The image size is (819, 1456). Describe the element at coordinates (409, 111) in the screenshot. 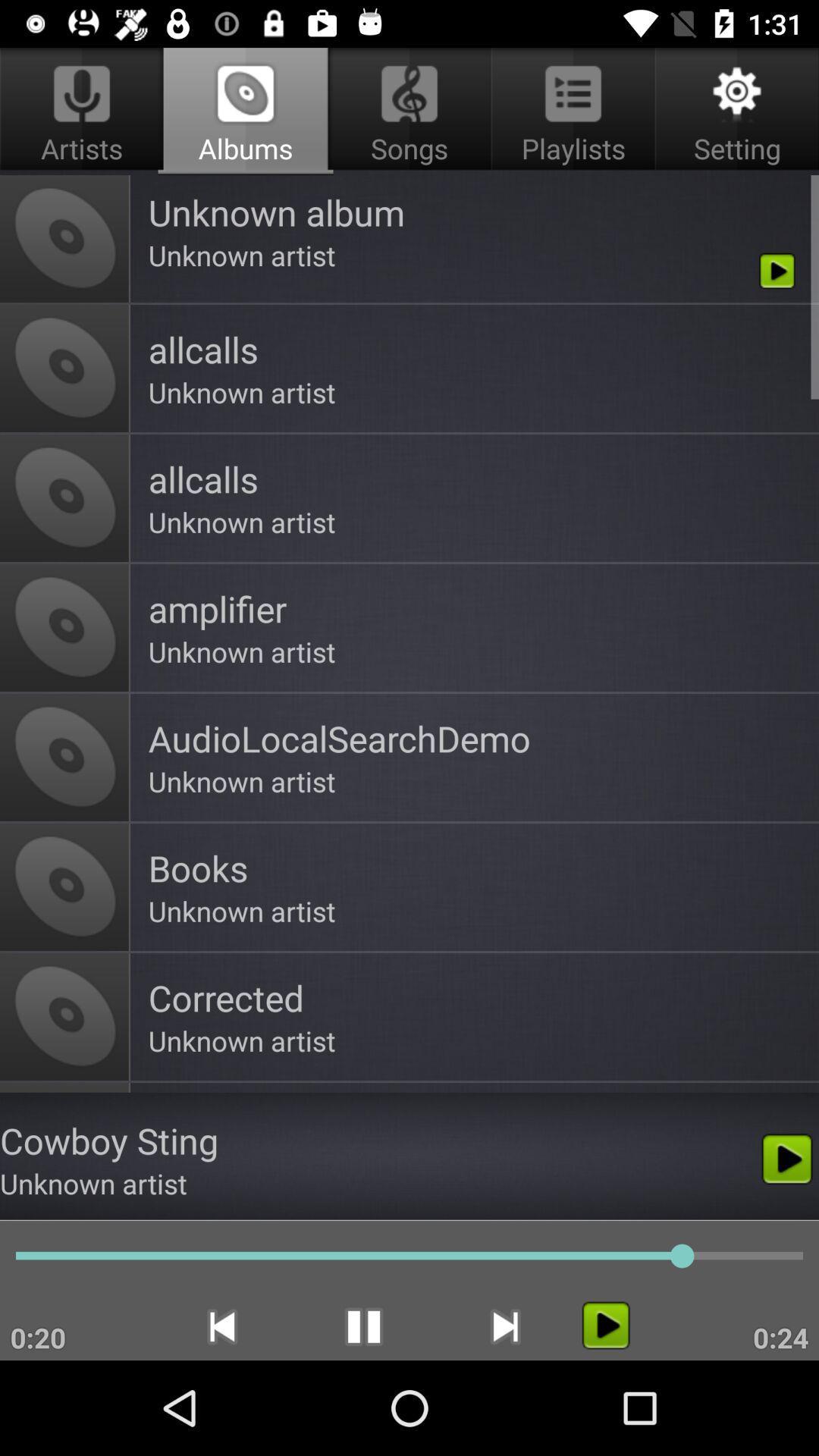

I see `item next to the artists` at that location.